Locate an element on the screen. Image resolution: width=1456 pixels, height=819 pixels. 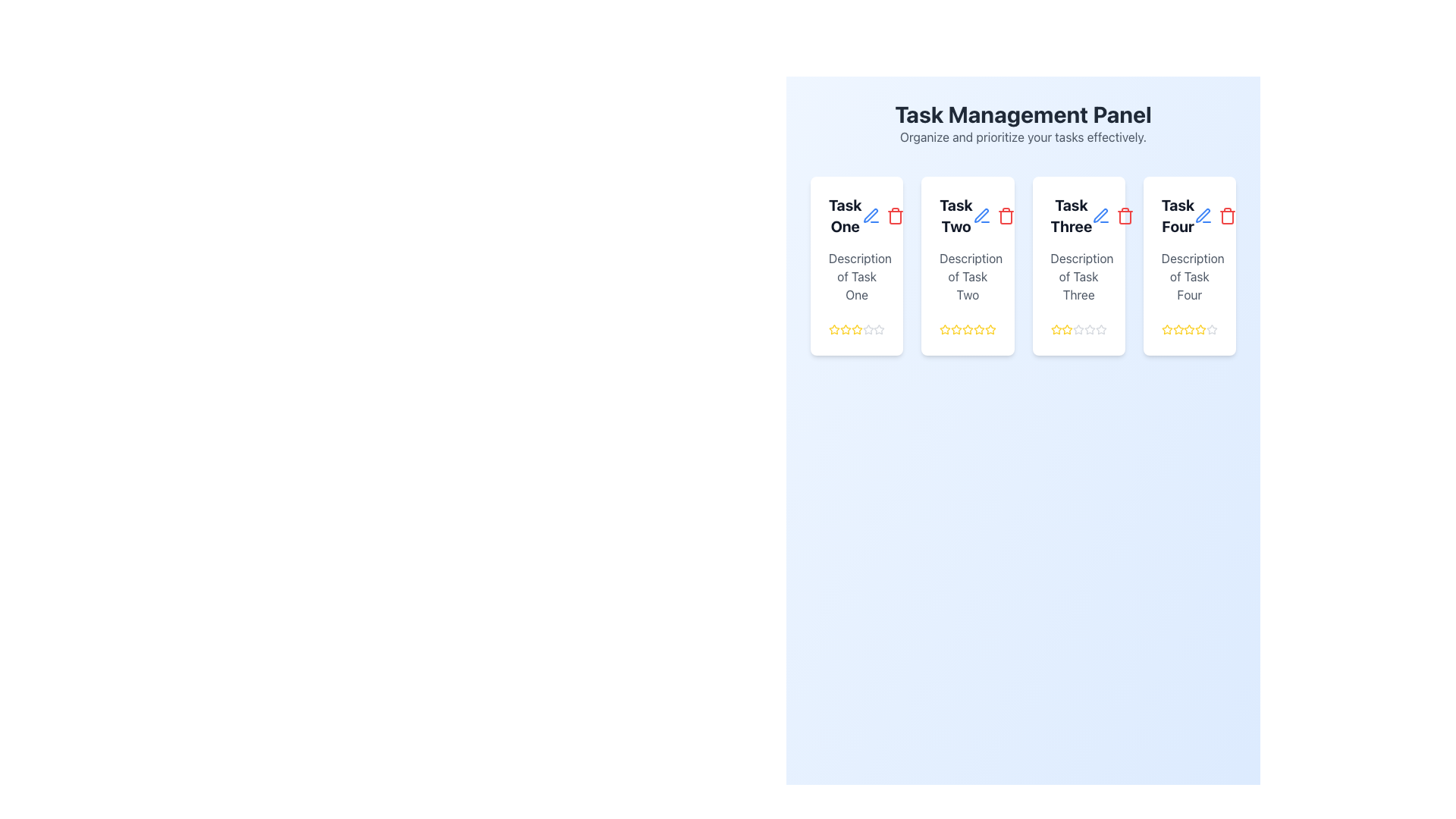
the first star icon in the rating system located at the bottom of the 'Task One' card in the task management panel is located at coordinates (833, 328).